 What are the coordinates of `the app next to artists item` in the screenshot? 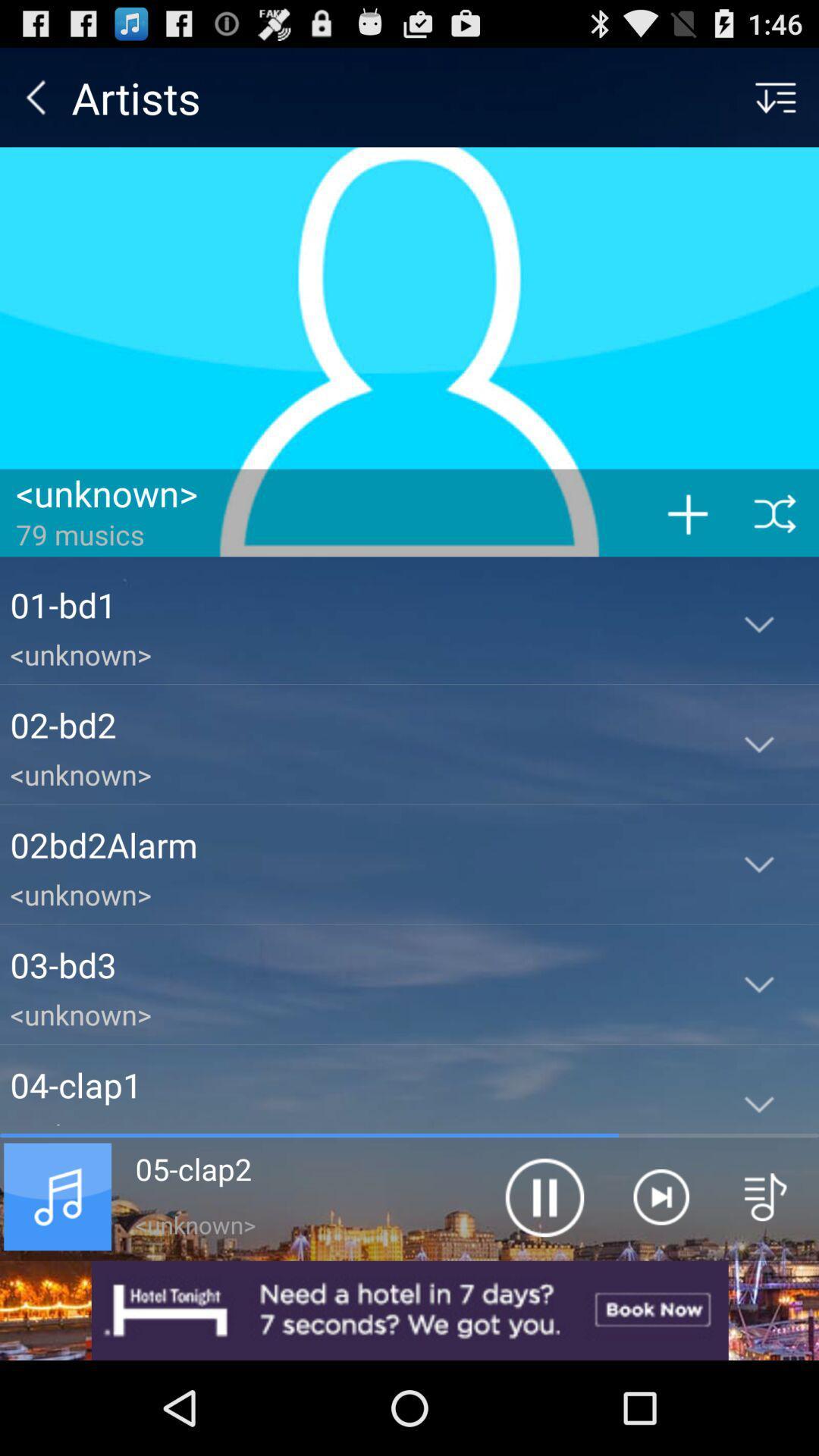 It's located at (35, 96).